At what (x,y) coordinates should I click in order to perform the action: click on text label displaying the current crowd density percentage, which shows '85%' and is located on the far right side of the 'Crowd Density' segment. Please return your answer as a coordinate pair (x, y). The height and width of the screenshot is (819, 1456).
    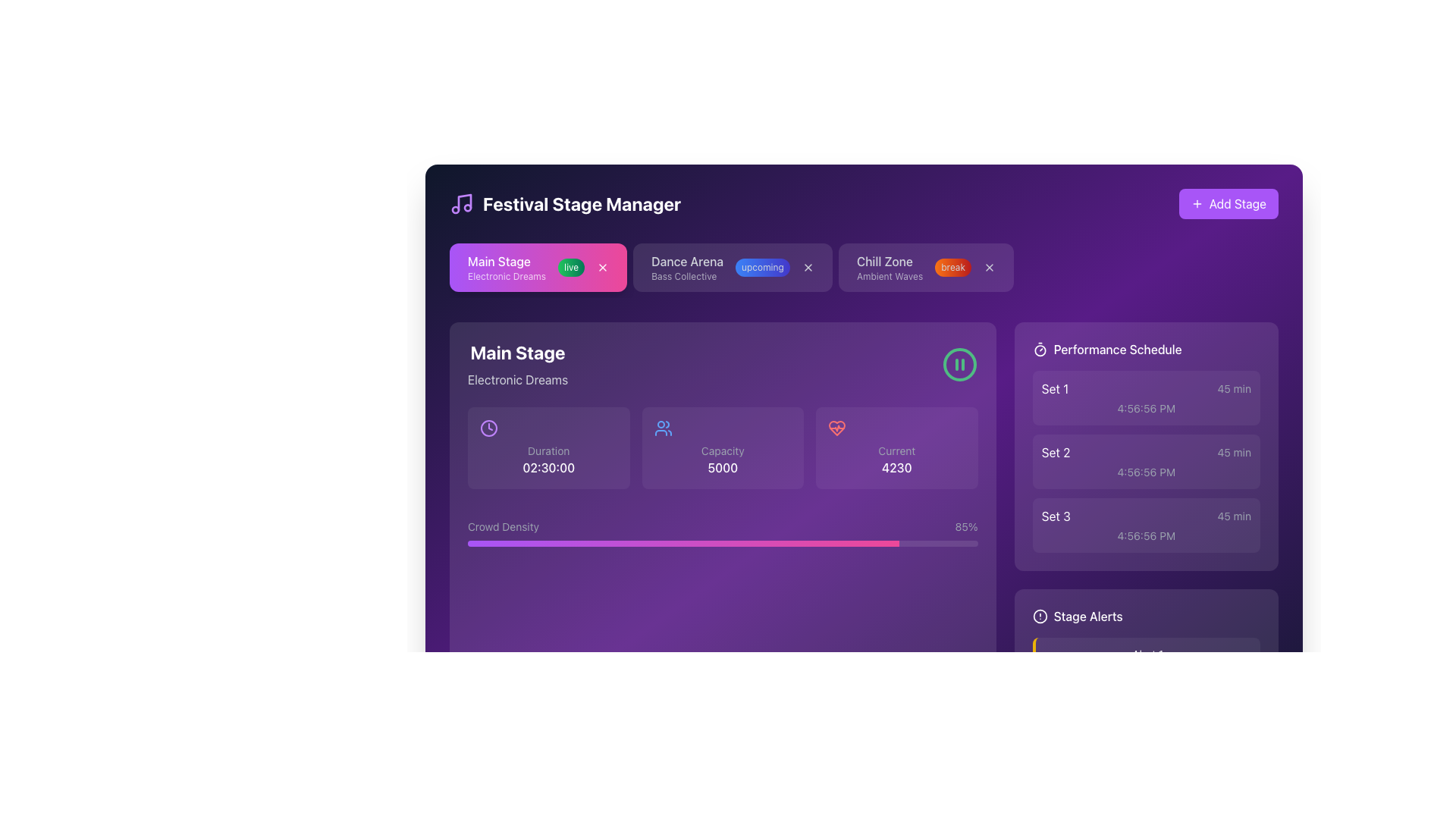
    Looking at the image, I should click on (965, 526).